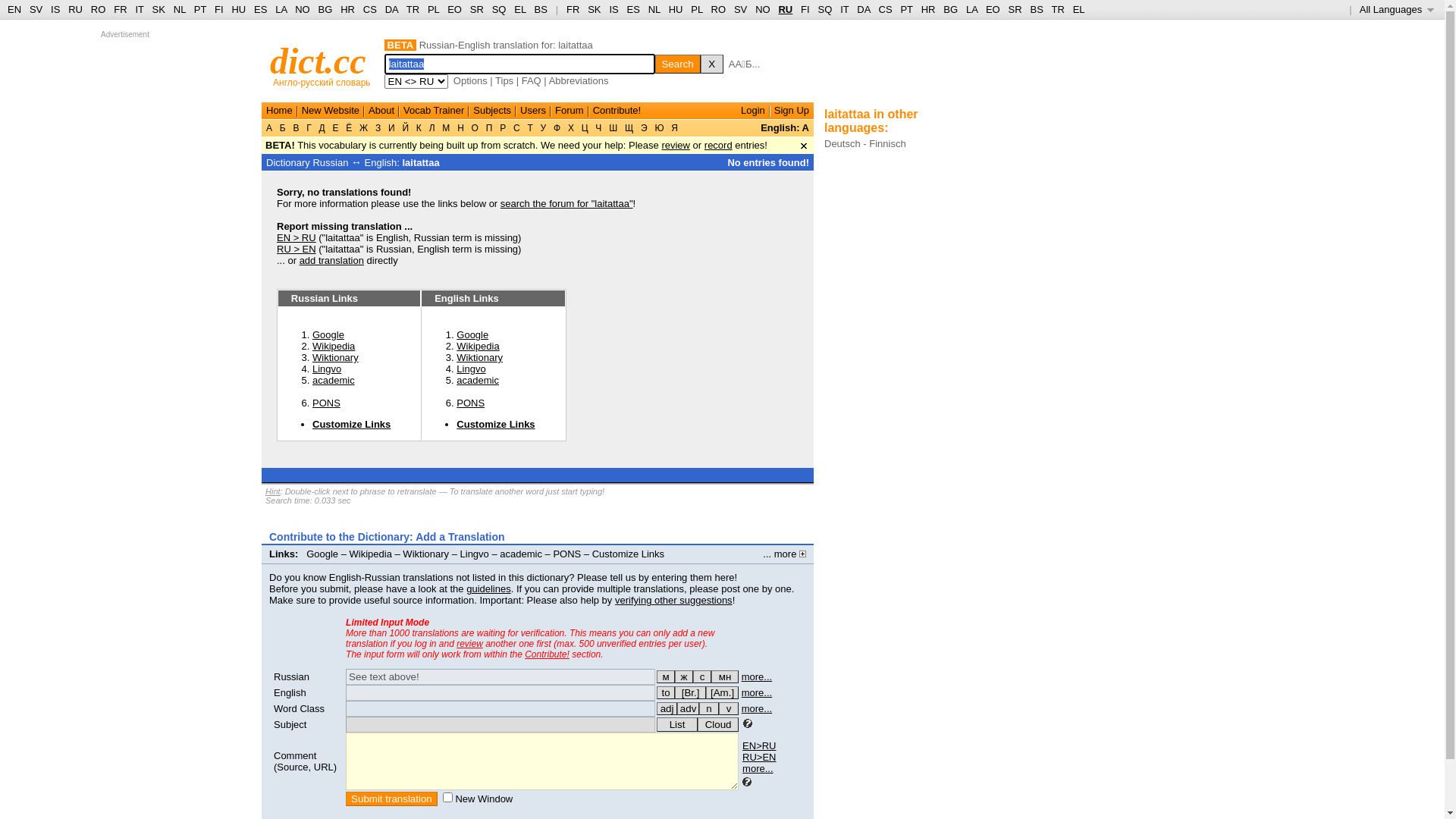  What do you see at coordinates (472, 334) in the screenshot?
I see `'Google'` at bounding box center [472, 334].